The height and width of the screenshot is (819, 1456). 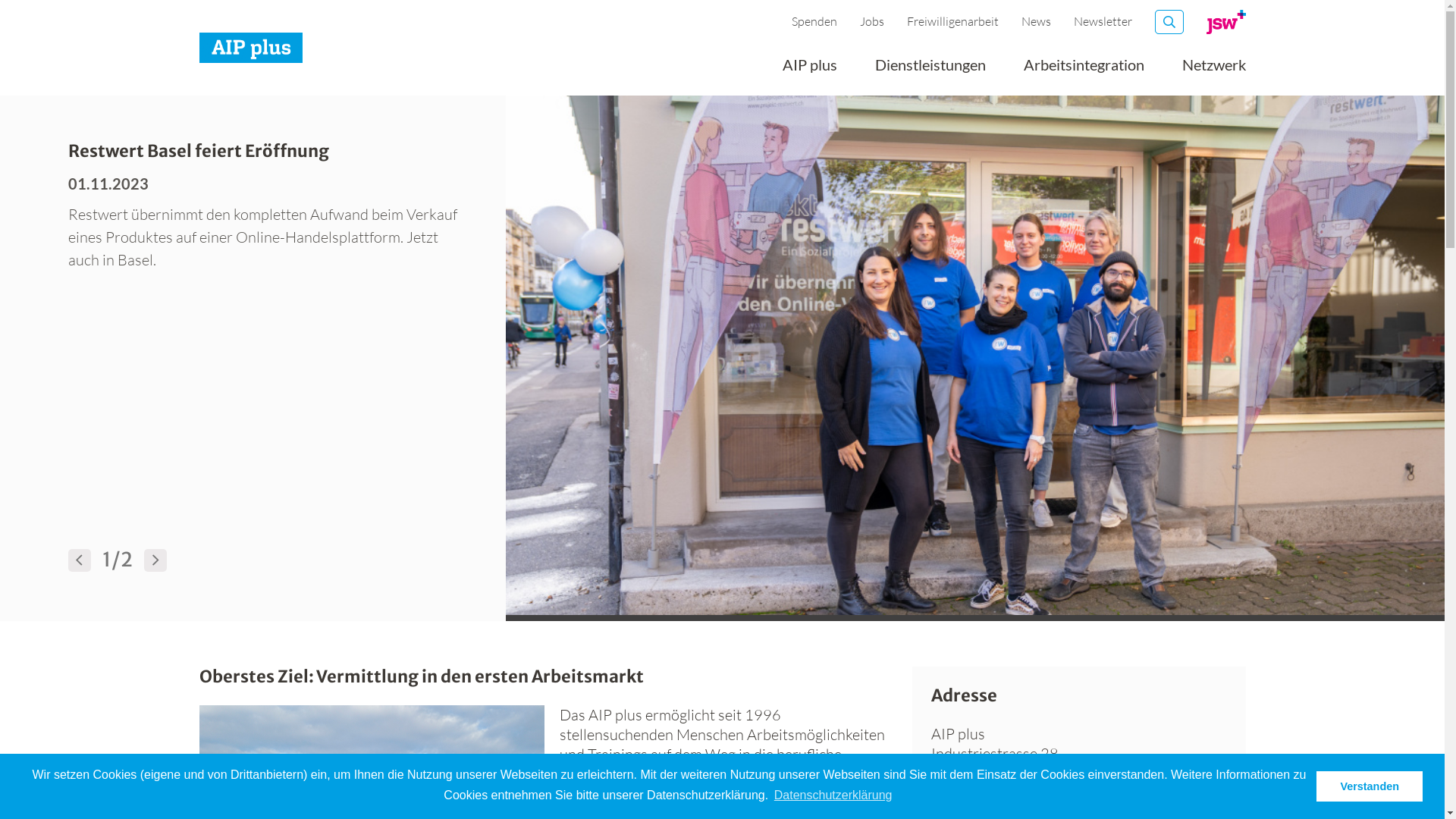 What do you see at coordinates (1035, 20) in the screenshot?
I see `'News'` at bounding box center [1035, 20].